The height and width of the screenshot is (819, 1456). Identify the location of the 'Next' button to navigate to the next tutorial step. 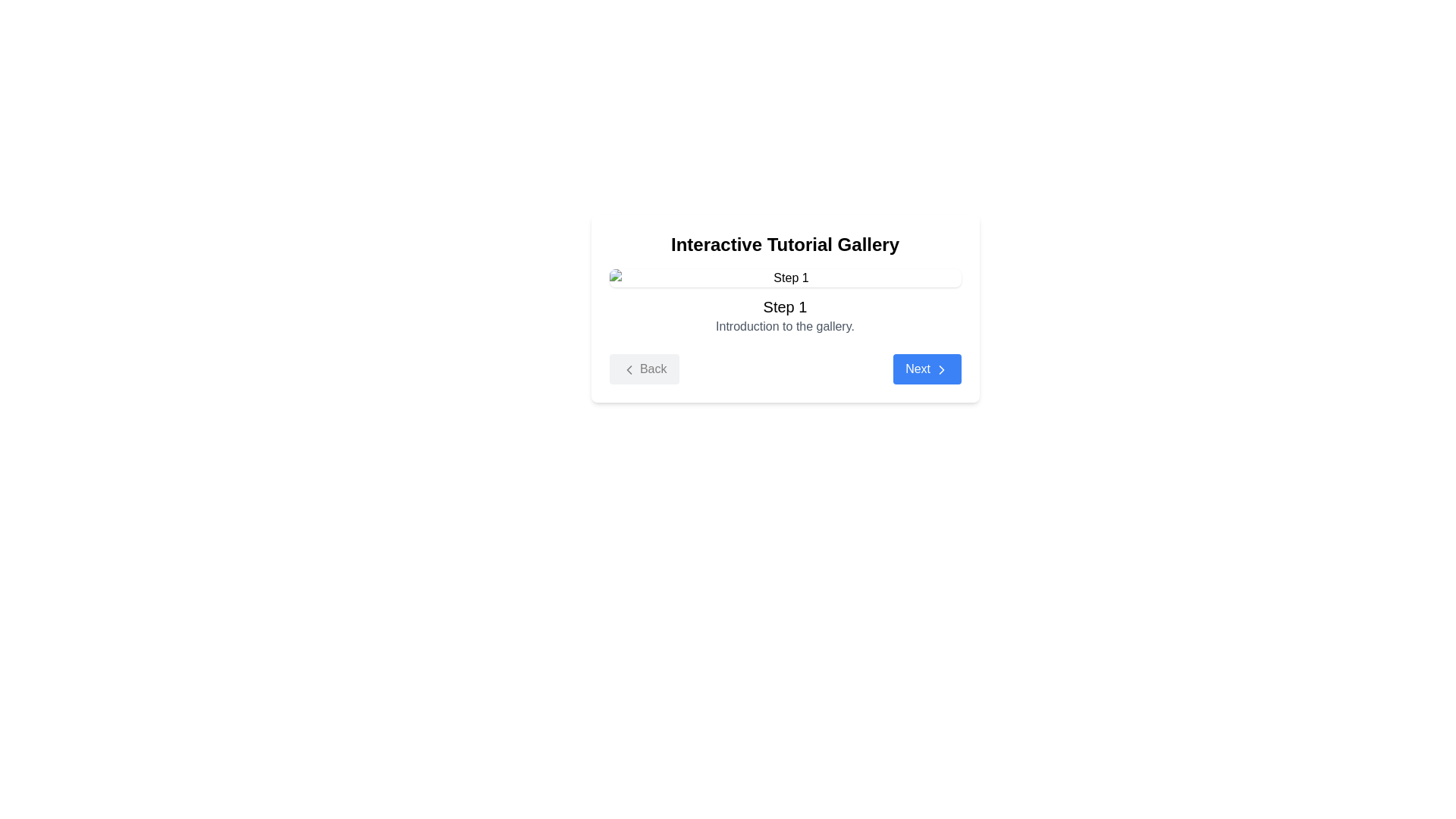
(926, 369).